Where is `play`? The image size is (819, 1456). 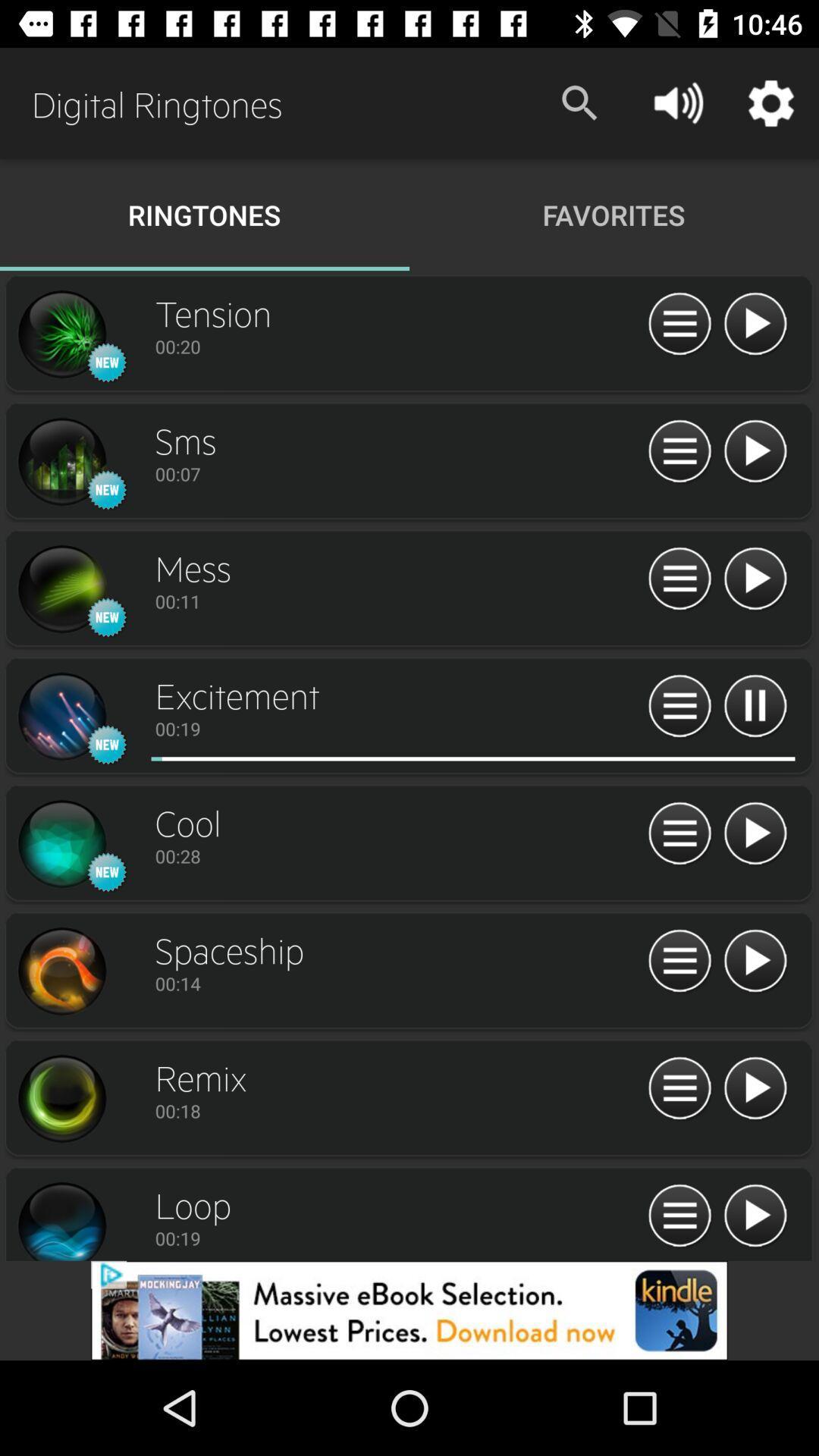
play is located at coordinates (755, 451).